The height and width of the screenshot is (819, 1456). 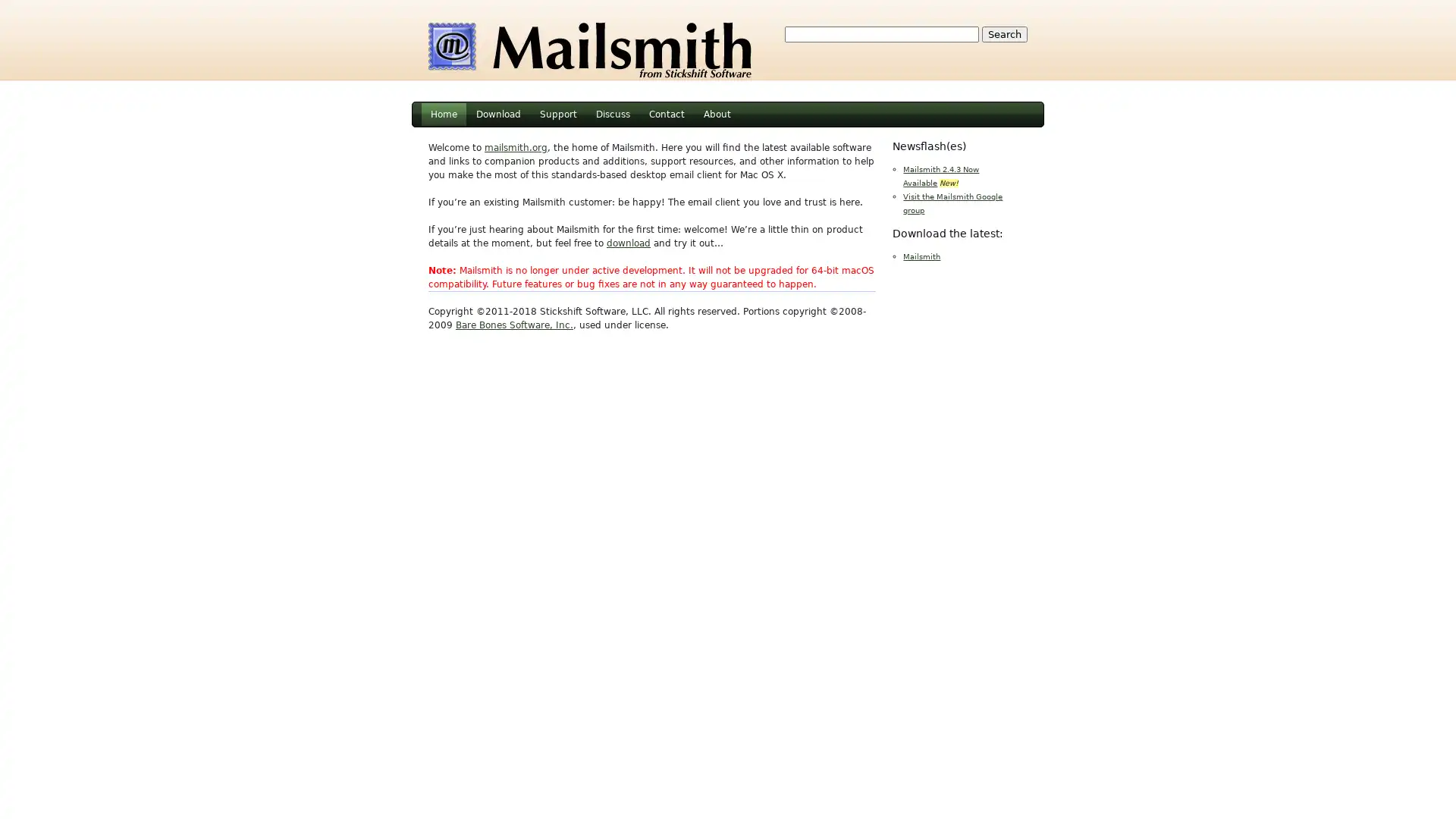 What do you see at coordinates (1004, 34) in the screenshot?
I see `Search` at bounding box center [1004, 34].